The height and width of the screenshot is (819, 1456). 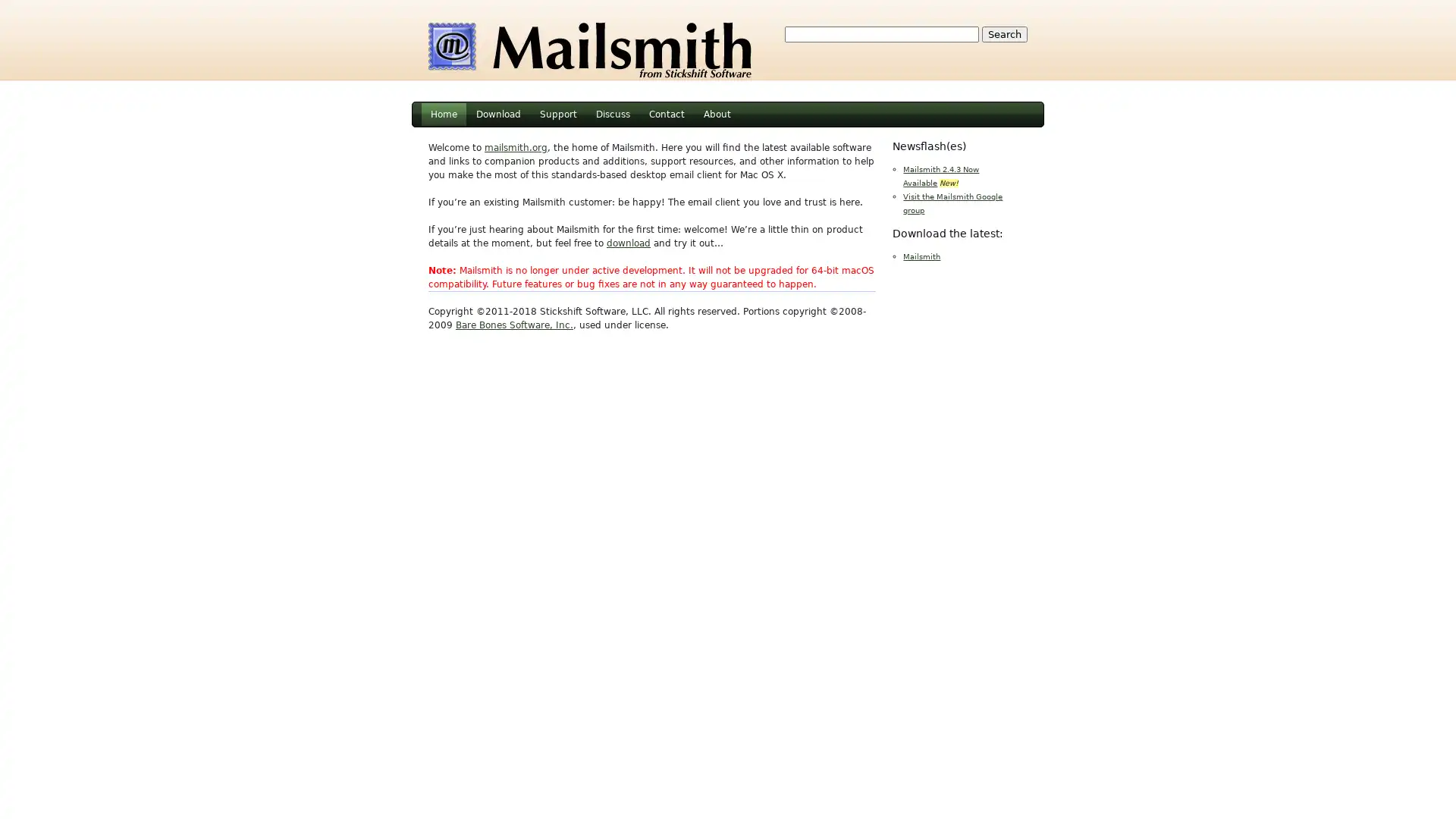 What do you see at coordinates (1004, 34) in the screenshot?
I see `Search` at bounding box center [1004, 34].